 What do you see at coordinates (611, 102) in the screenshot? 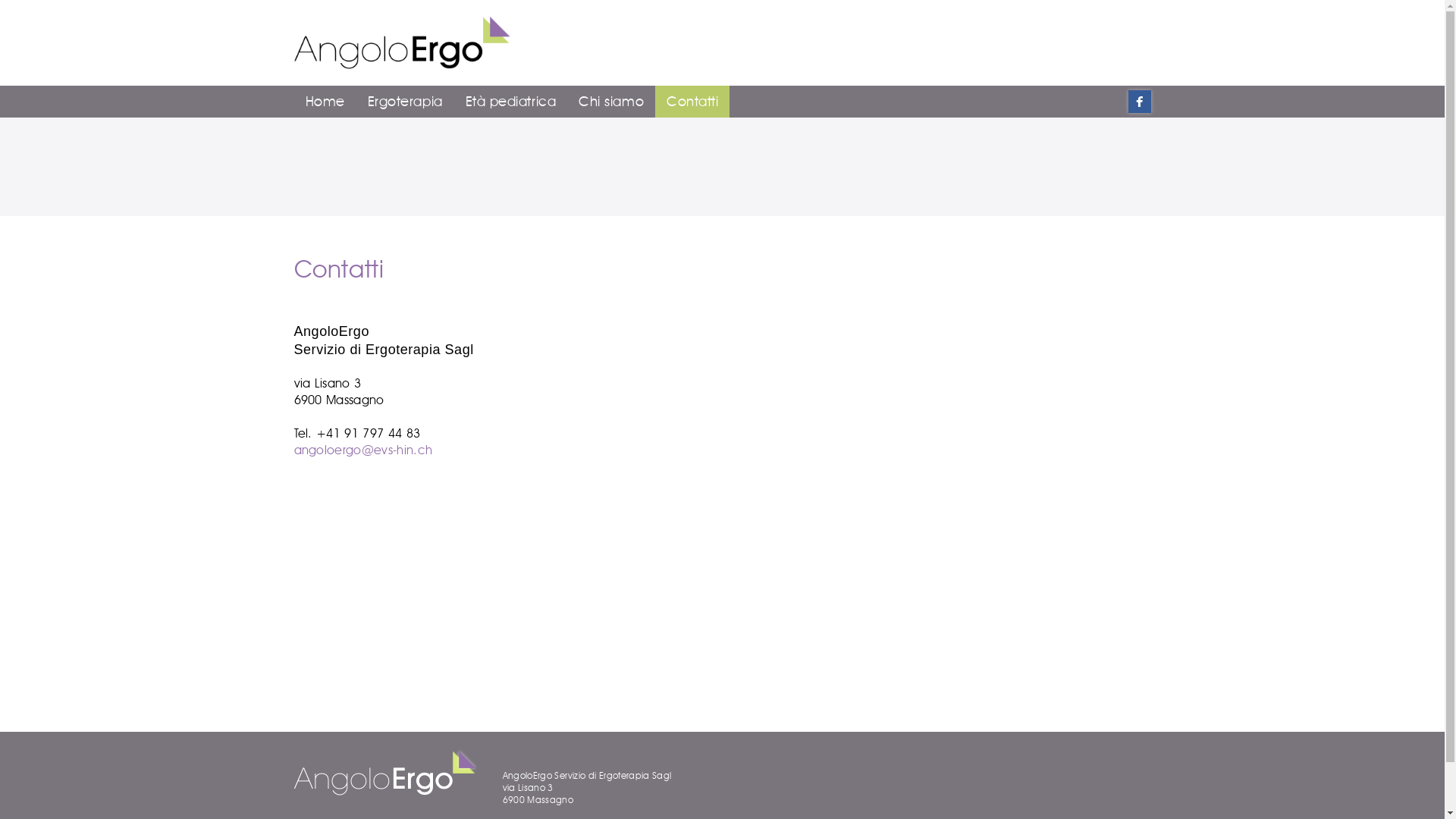
I see `'Chi siamo'` at bounding box center [611, 102].